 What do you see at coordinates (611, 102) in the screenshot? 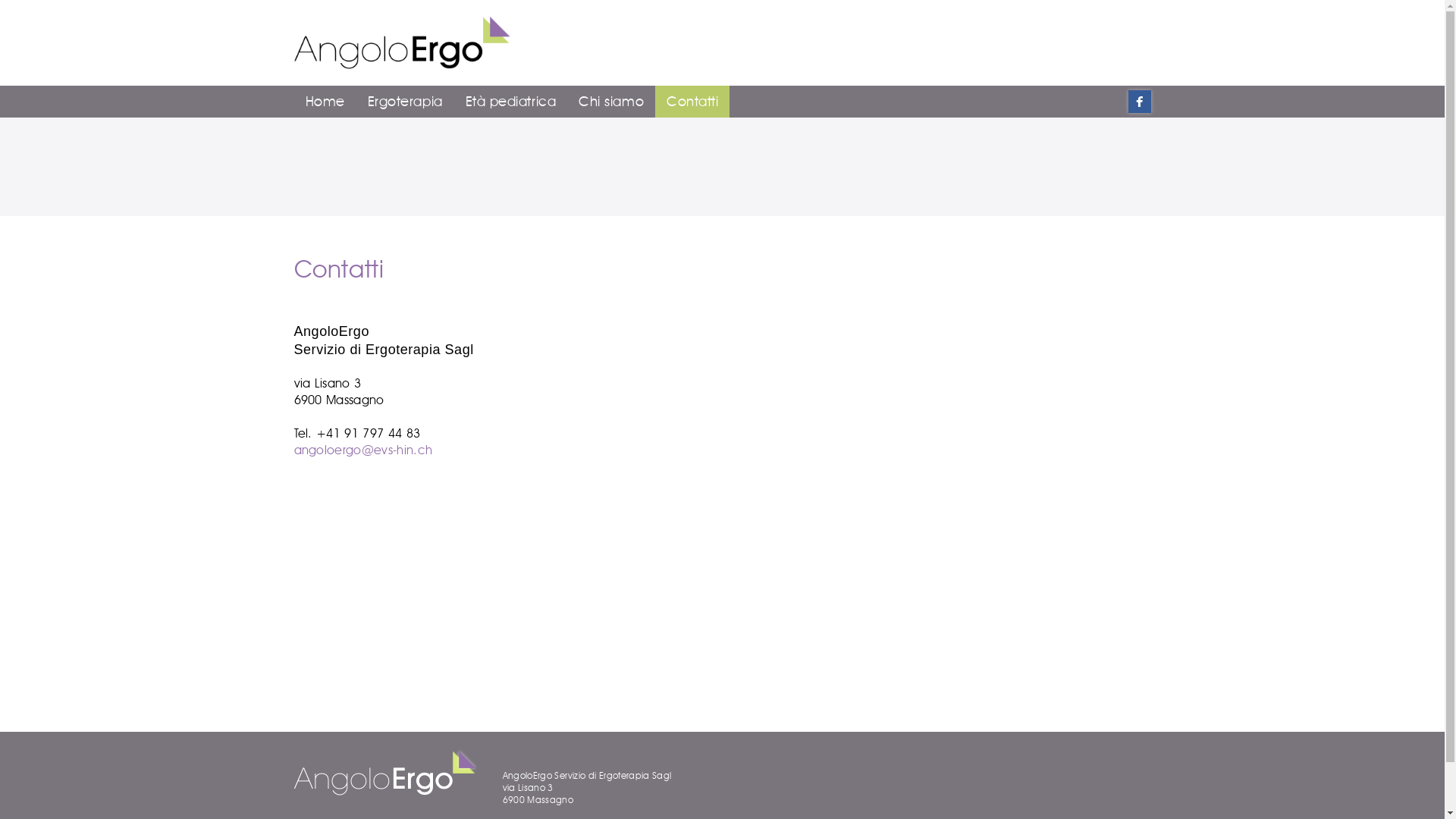
I see `'Chi siamo'` at bounding box center [611, 102].